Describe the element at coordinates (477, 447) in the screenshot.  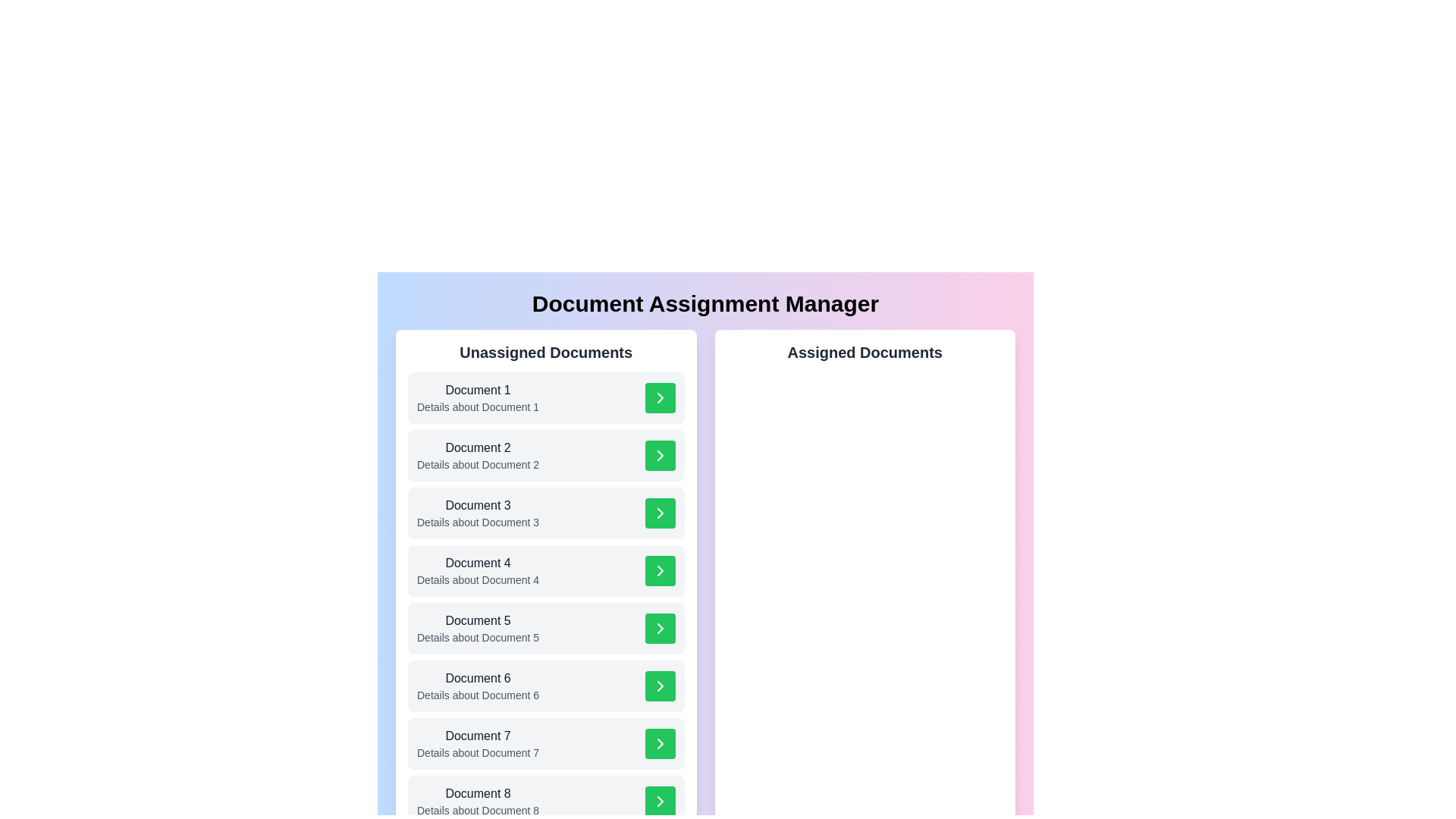
I see `the static text label displaying 'Document 2' in the 'Unassigned Documents' column` at that location.